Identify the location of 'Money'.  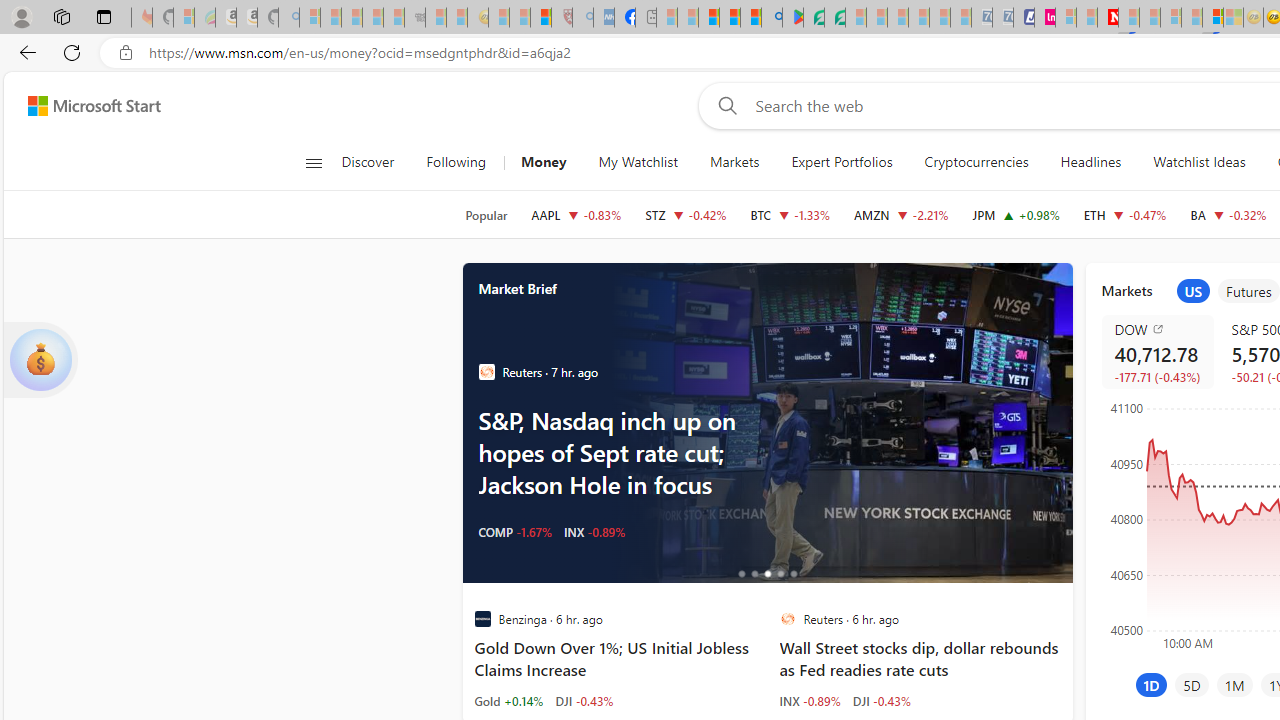
(543, 162).